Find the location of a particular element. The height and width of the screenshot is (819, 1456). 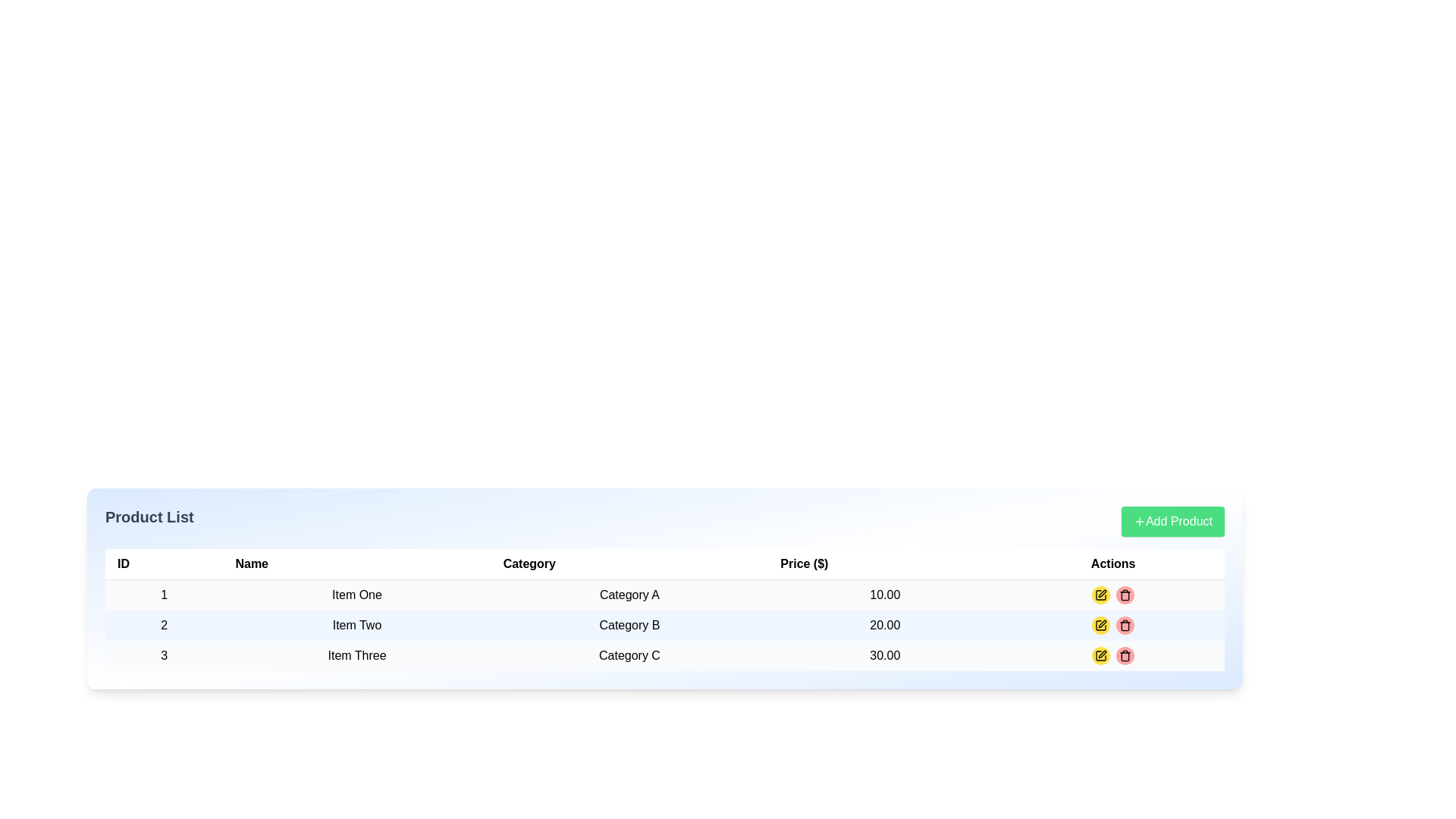

the circular yellow button with a black pen icon located in the 'Actions' column of the last row in the product table is located at coordinates (1101, 654).